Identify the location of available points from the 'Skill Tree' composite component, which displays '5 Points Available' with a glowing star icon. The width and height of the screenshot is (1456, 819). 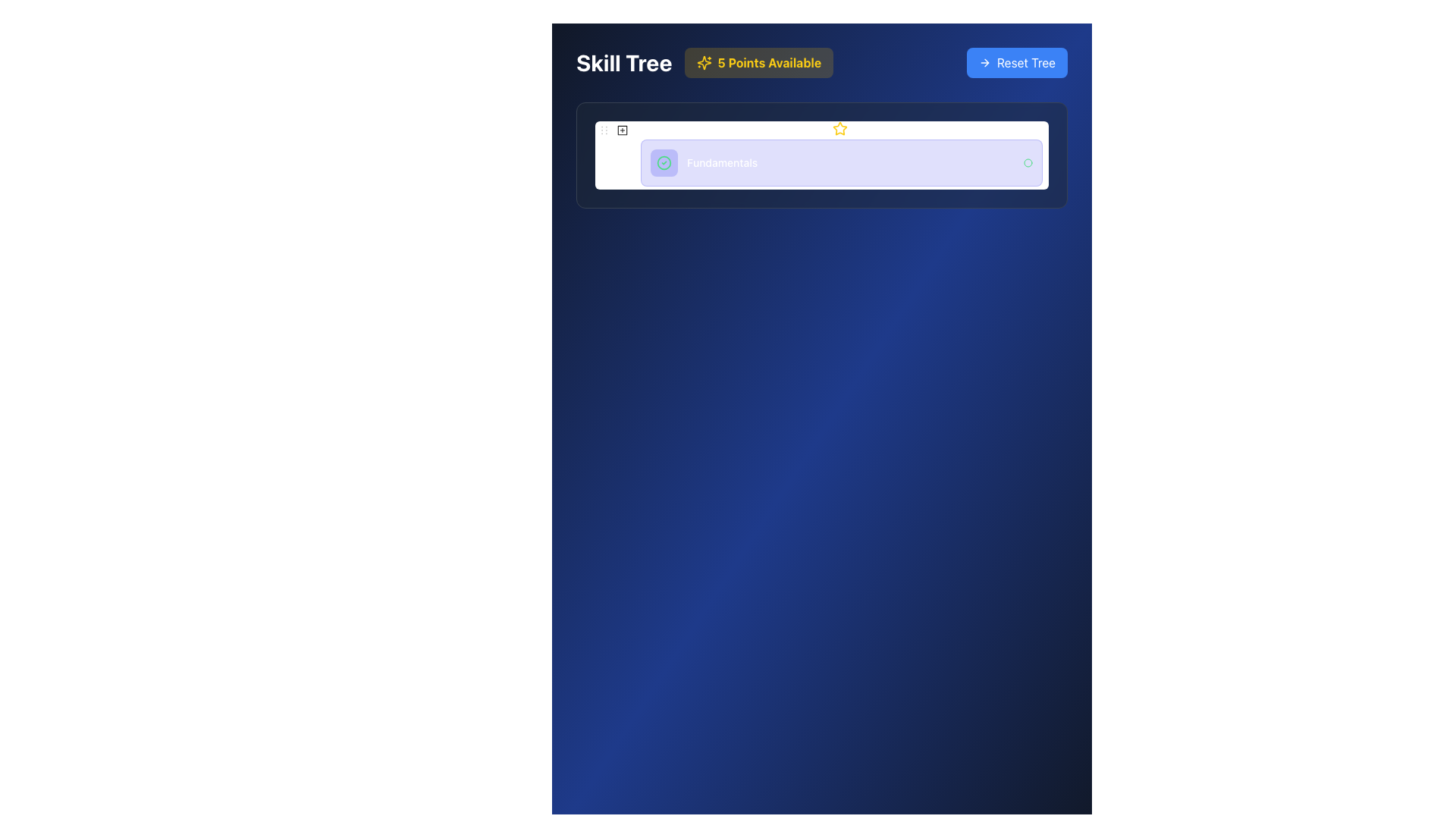
(704, 62).